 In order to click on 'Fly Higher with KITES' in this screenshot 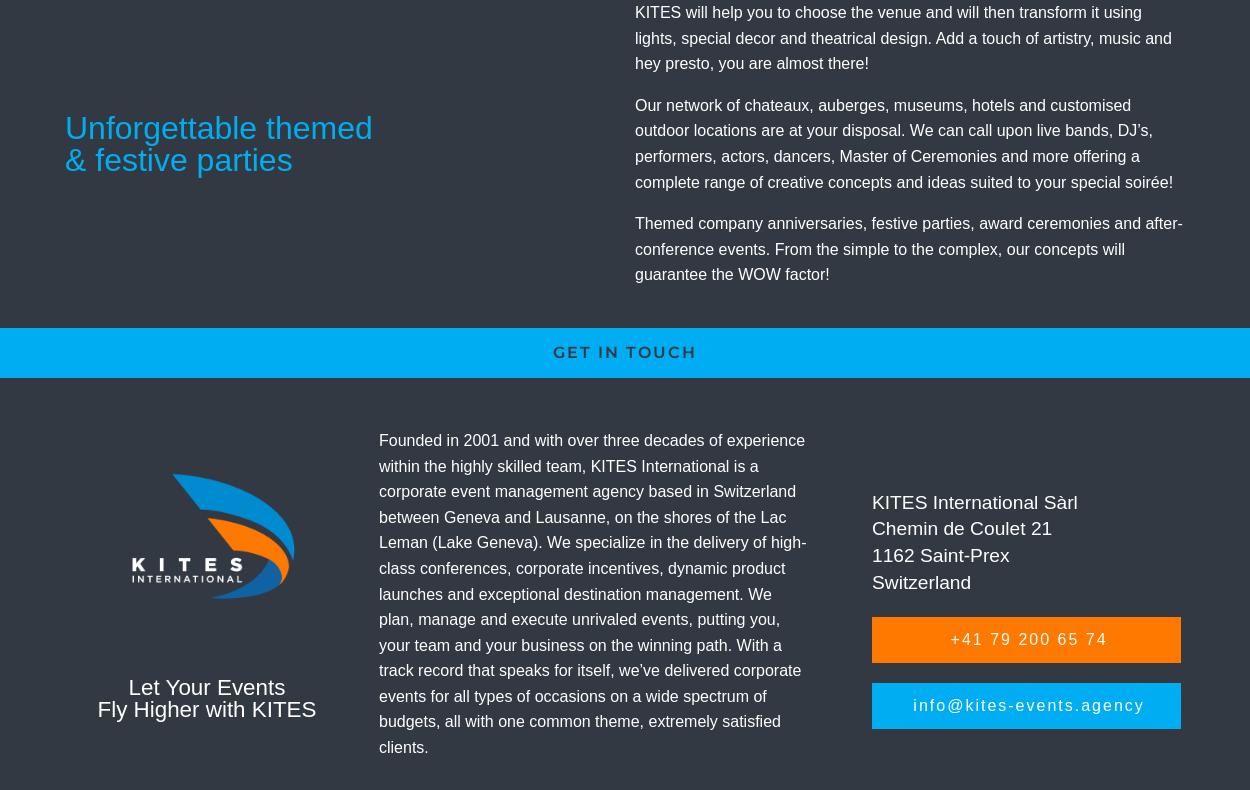, I will do `click(96, 708)`.